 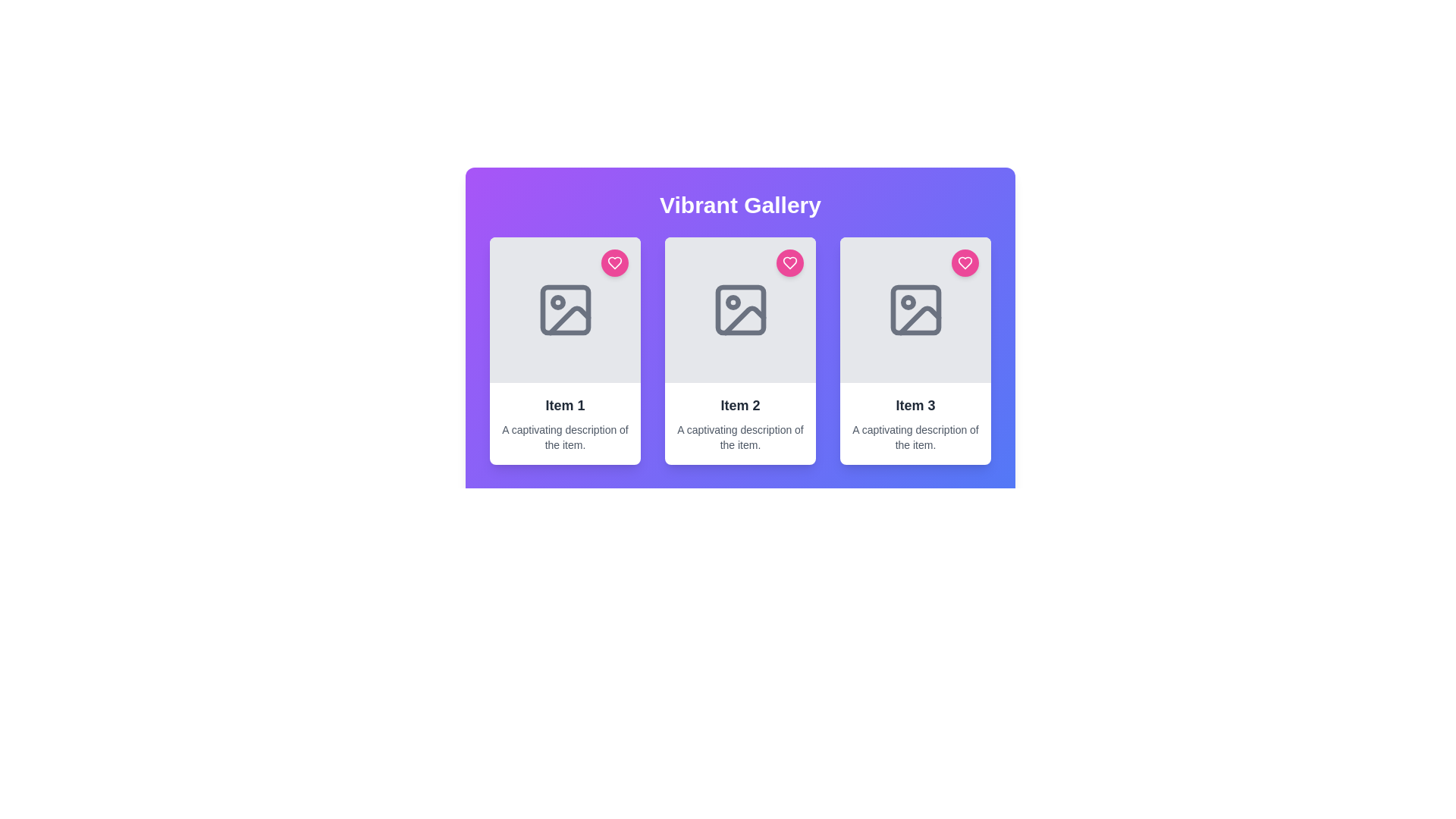 I want to click on the icon resembling an image frame located, so click(x=564, y=309).